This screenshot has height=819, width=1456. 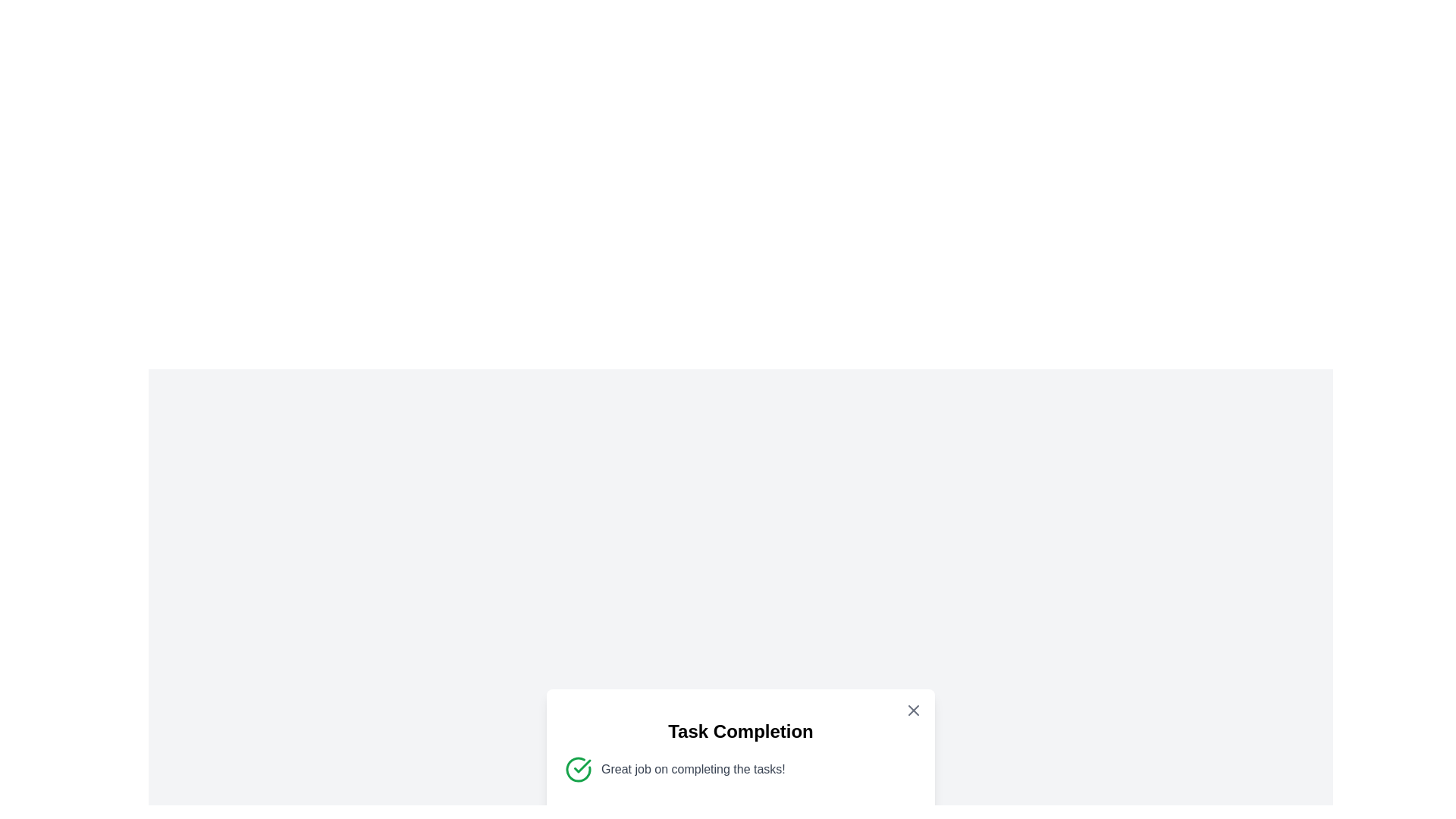 What do you see at coordinates (600, 760) in the screenshot?
I see `the text 'Great job on completing the tasks!' within the dialog` at bounding box center [600, 760].